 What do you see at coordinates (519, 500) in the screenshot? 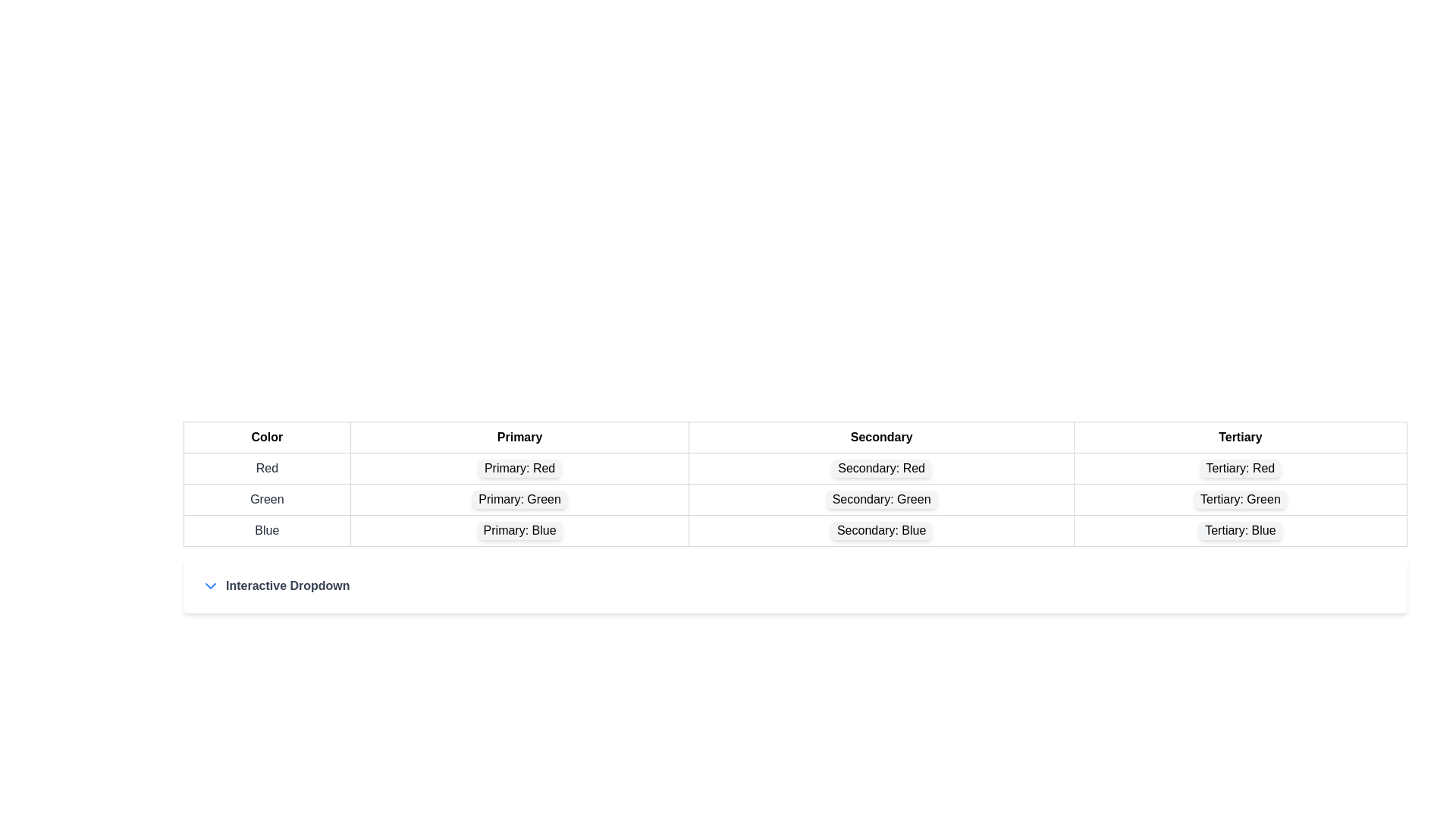
I see `the Text Label indicating the primary color category for the 'Green' color row in the table, located in the second column of the second row under the 'Primary' header` at bounding box center [519, 500].